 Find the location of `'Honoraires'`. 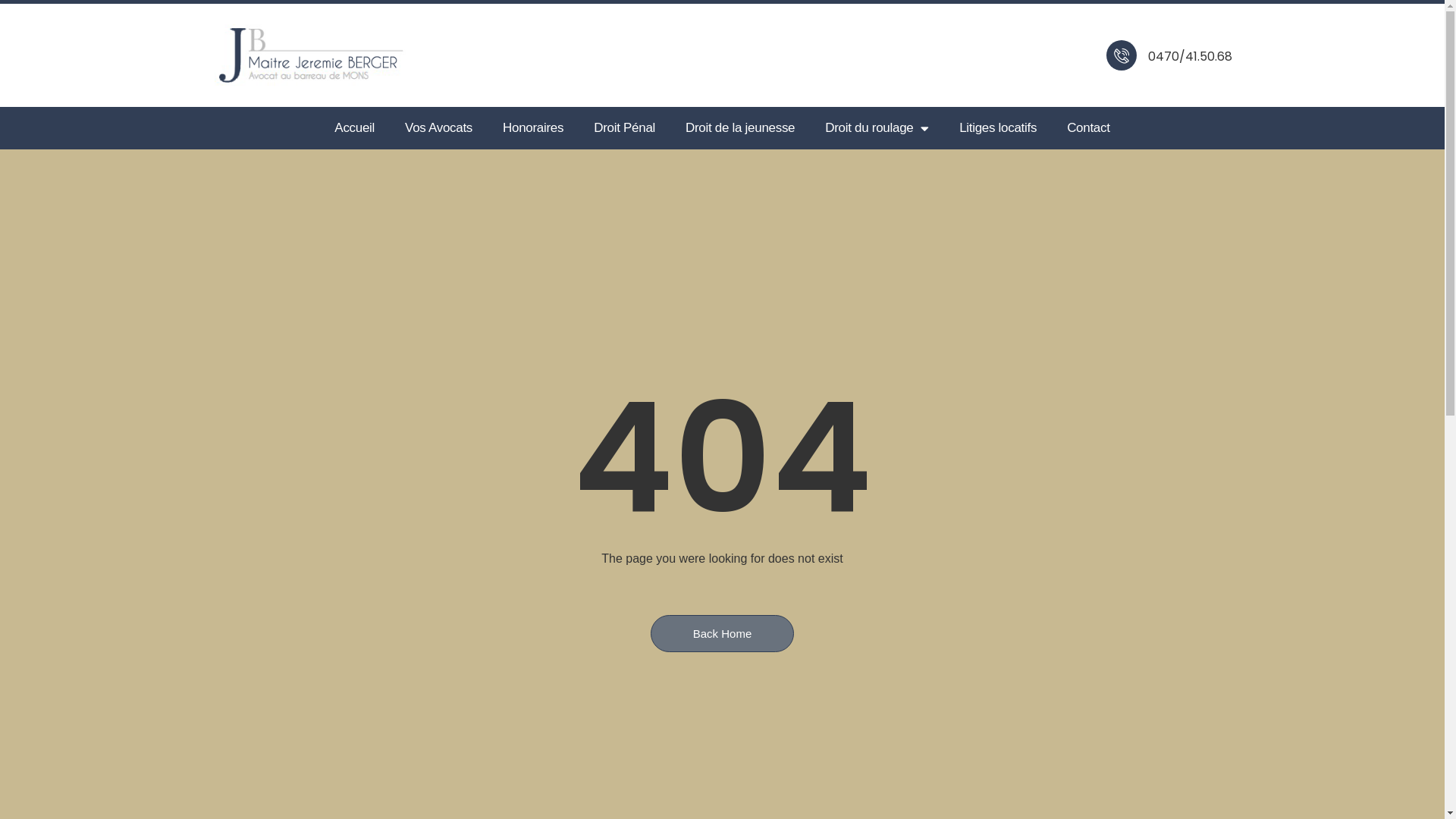

'Honoraires' is located at coordinates (532, 127).